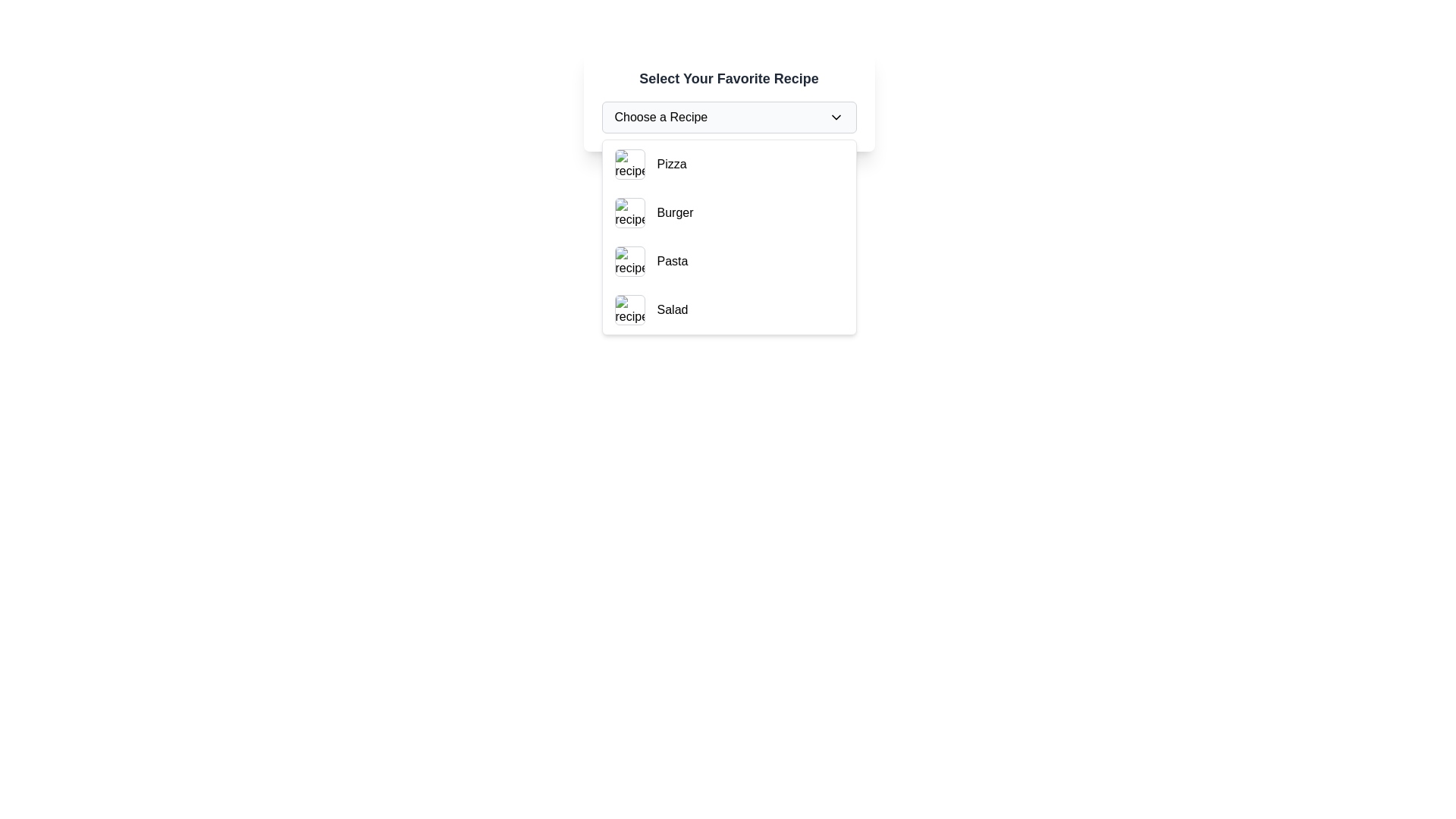  Describe the element at coordinates (629, 260) in the screenshot. I see `the image placeholder representing the 'Pasta' entry in the dropdown menu, which is located on the left side of the 'Pasta' list entry` at that location.